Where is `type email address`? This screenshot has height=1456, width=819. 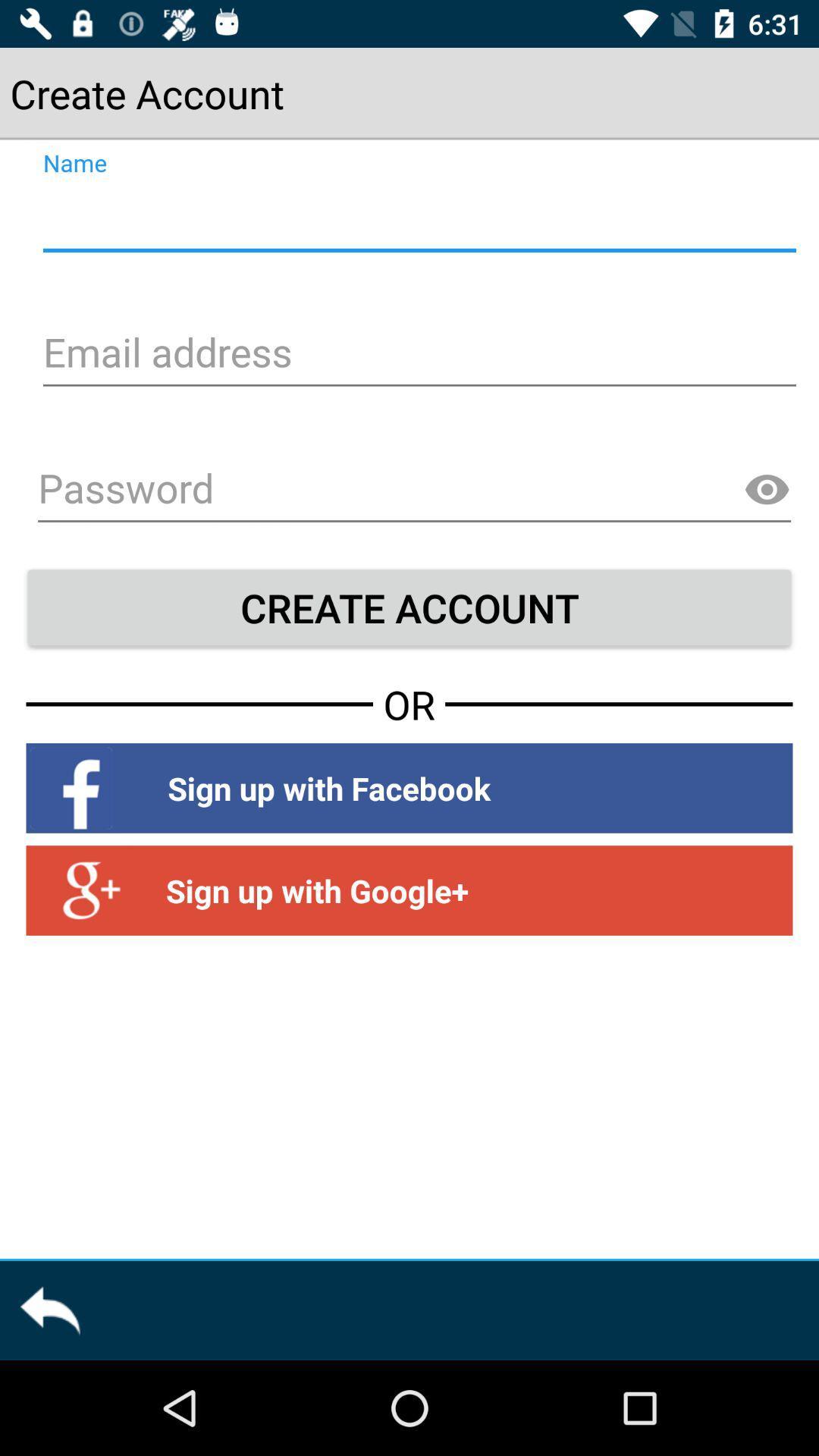
type email address is located at coordinates (417, 354).